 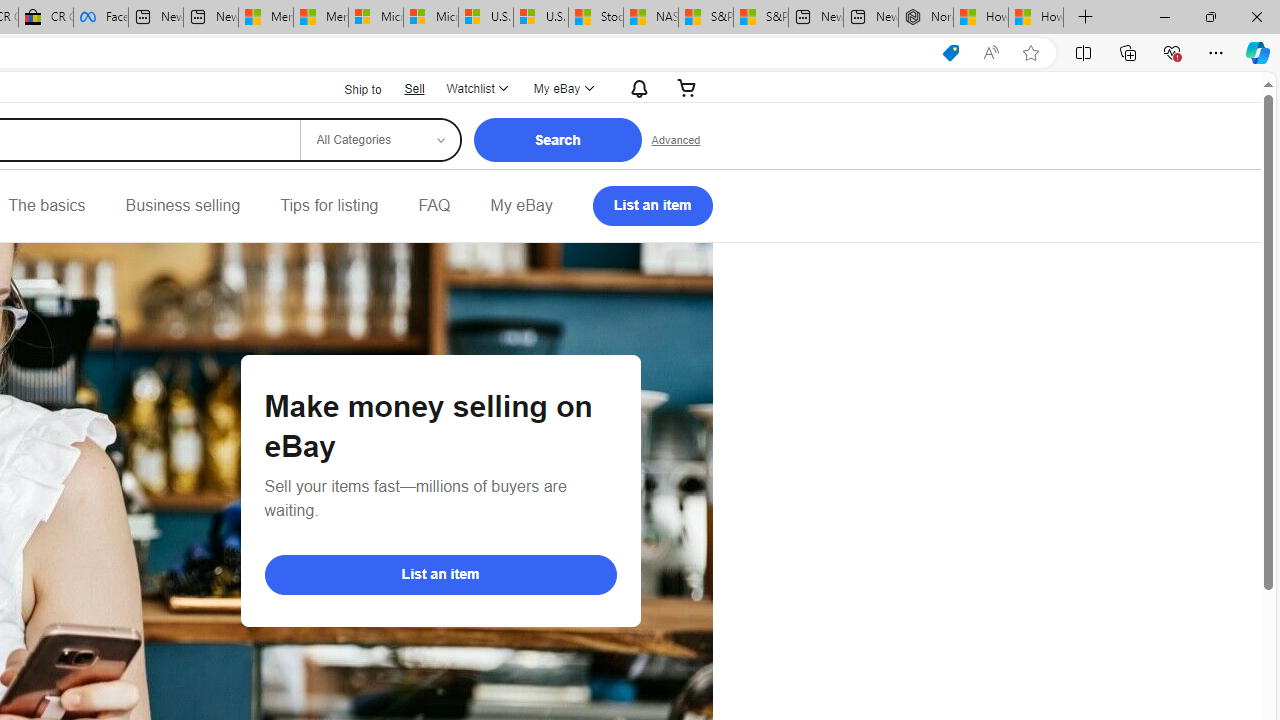 I want to click on 'My eBay', so click(x=521, y=205).